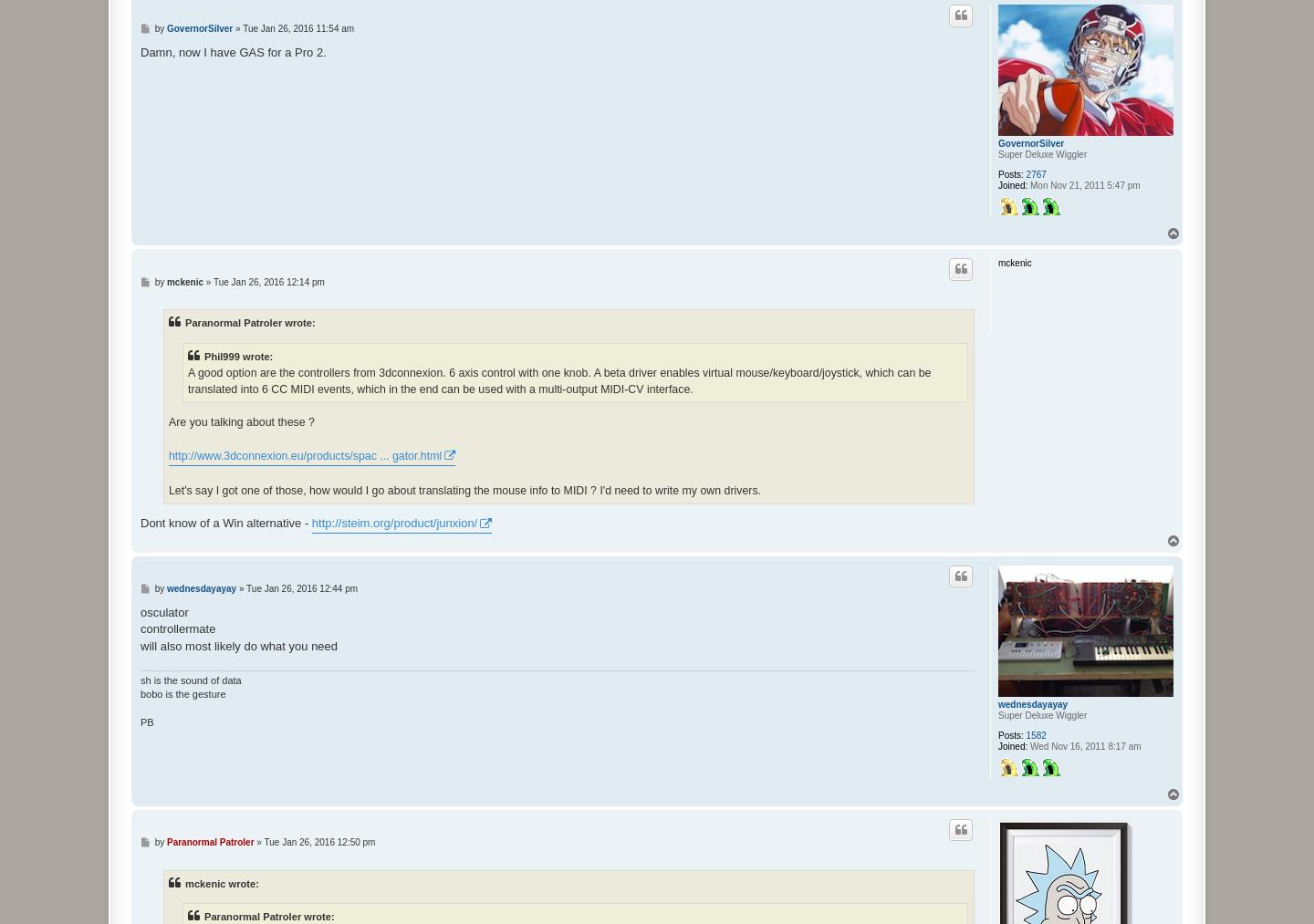  Describe the element at coordinates (464, 489) in the screenshot. I see `'Let's say I got one of those, how would I go about translating the mouse info to MIDI ? I'd need to write my own drivers.'` at that location.